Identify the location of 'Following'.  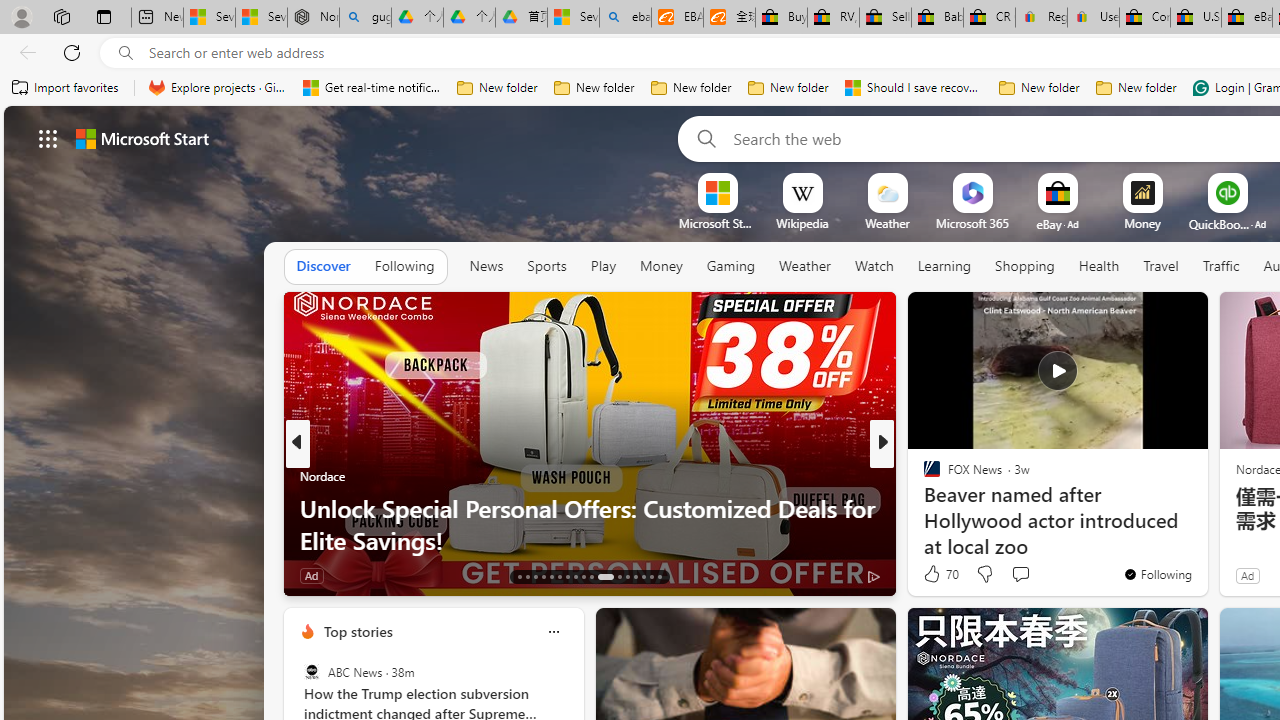
(403, 266).